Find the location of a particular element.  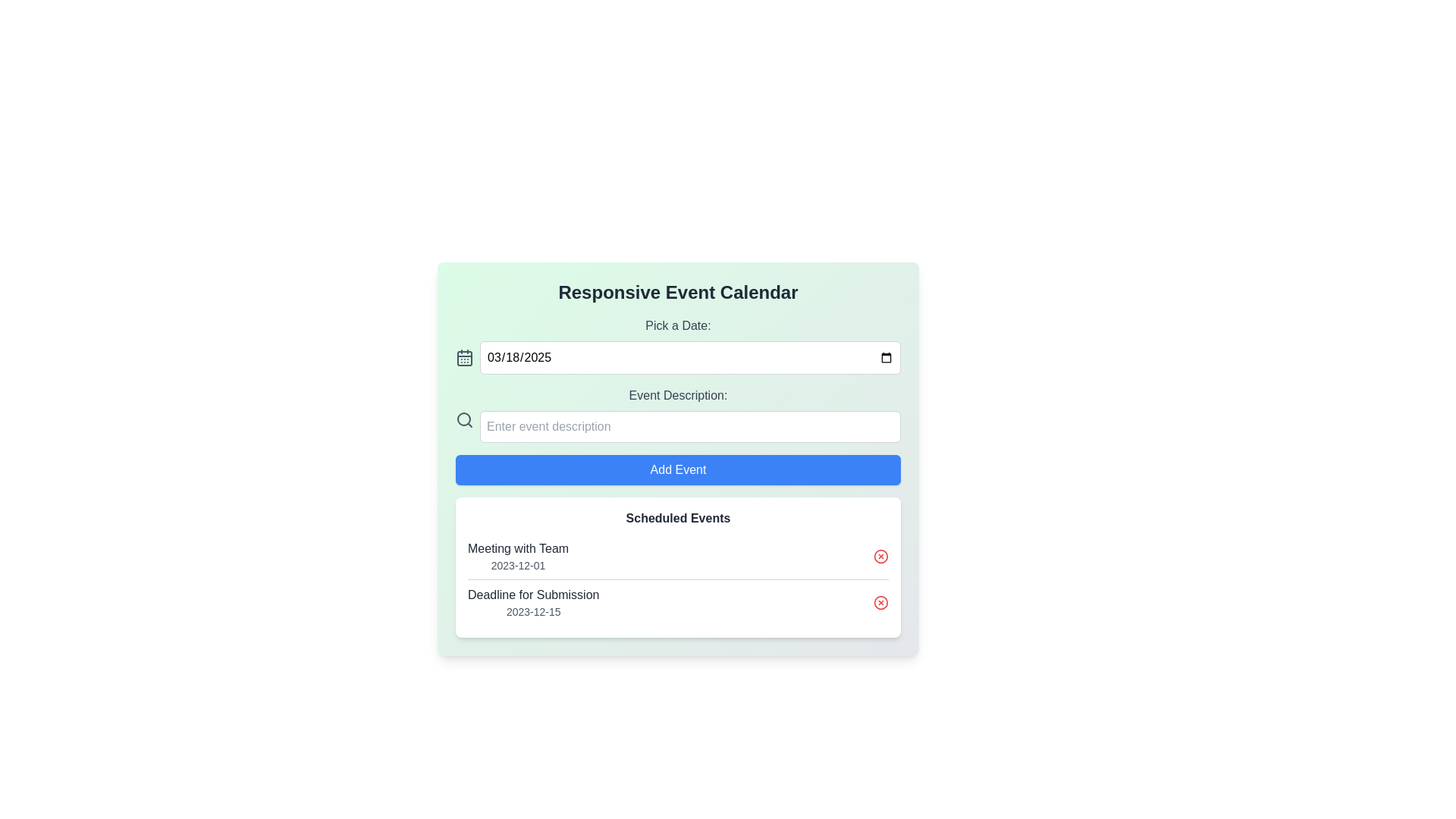

the gray magnifying glass icon located immediately to the left of the event description text input field is located at coordinates (464, 420).